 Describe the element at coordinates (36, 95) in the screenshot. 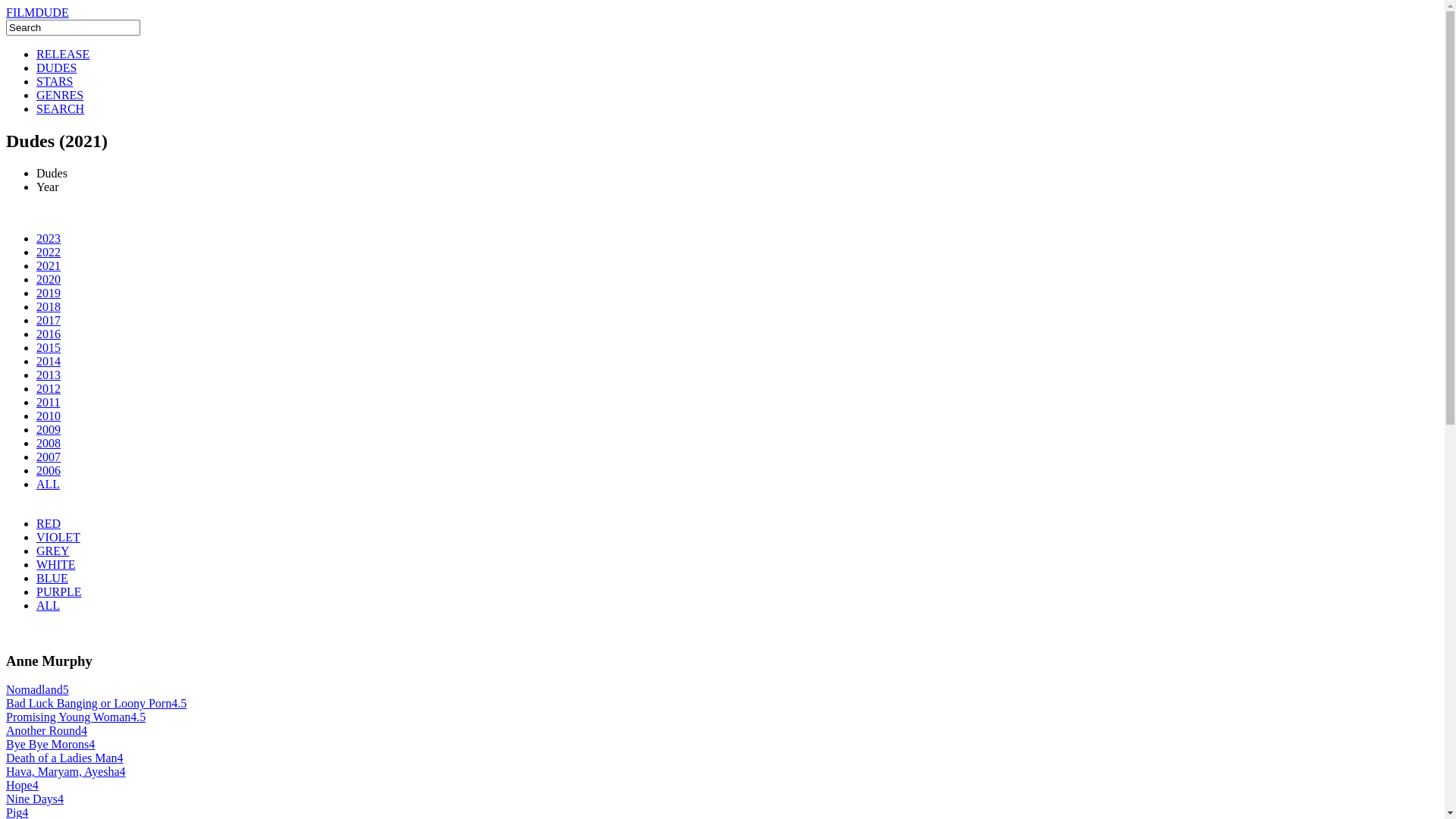

I see `'GENRES'` at that location.